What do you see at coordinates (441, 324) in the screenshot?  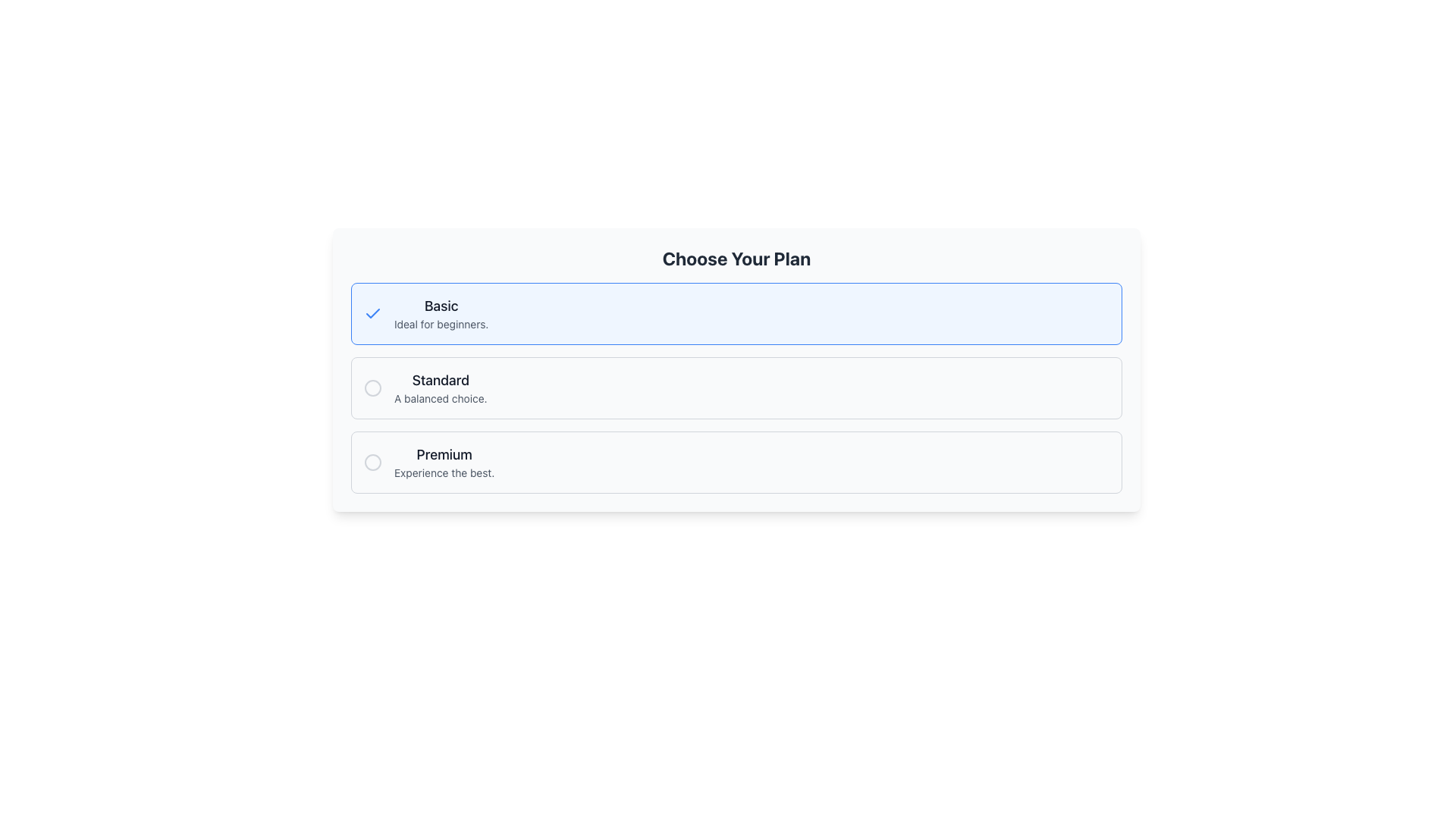 I see `text label that provides a concise description of the 'Basic' plan, located beneath the 'Basic' title in the upper middle section of the interface` at bounding box center [441, 324].